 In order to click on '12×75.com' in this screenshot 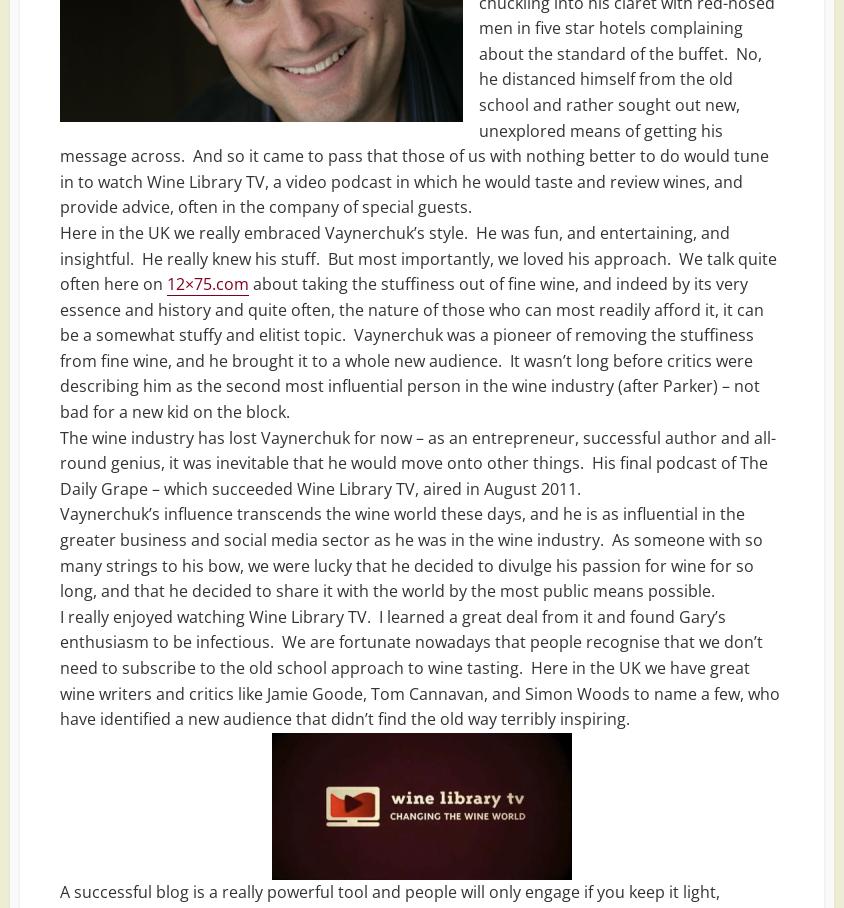, I will do `click(207, 284)`.